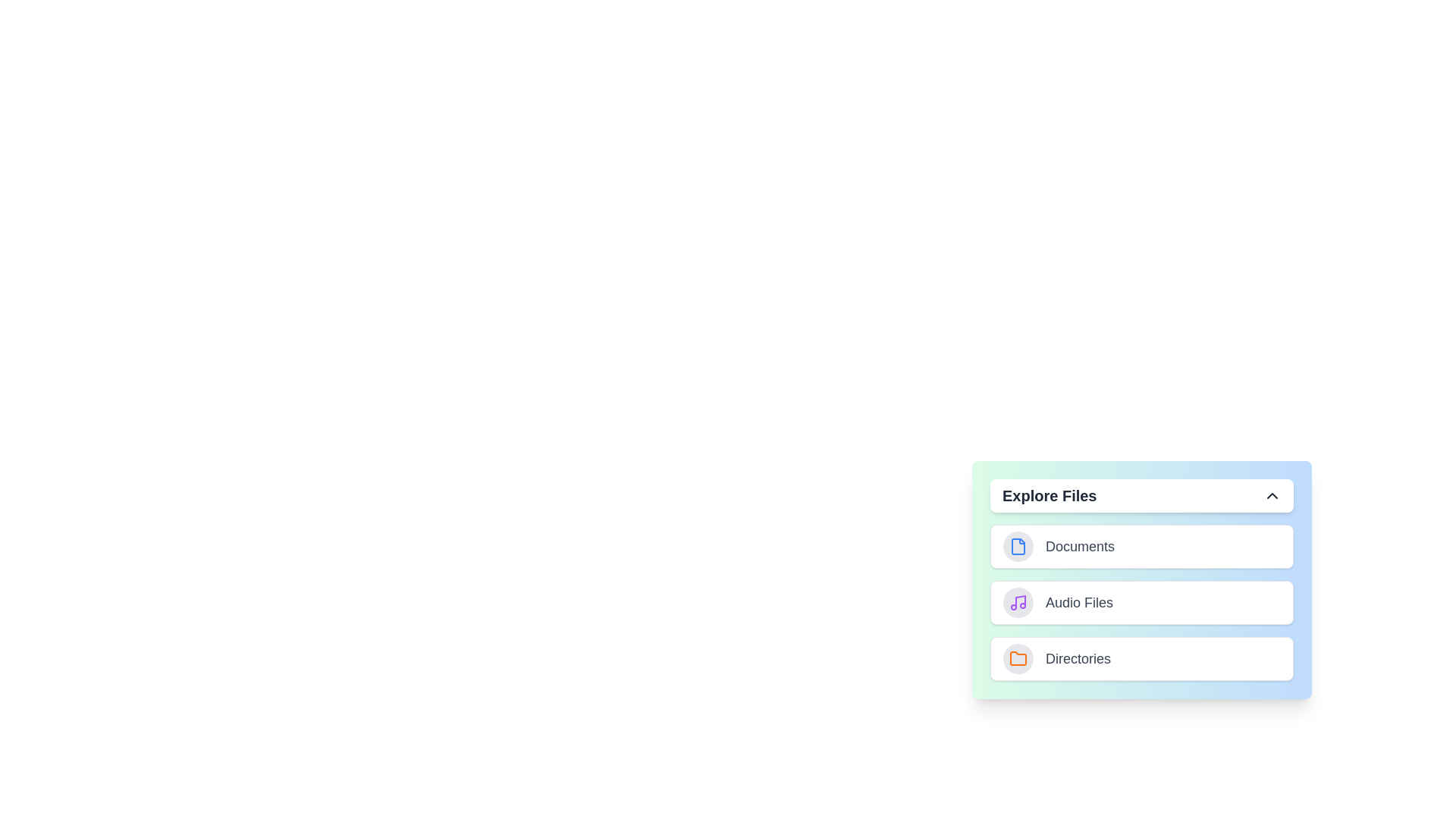 This screenshot has width=1456, height=819. Describe the element at coordinates (1142, 547) in the screenshot. I see `the 'Documents' category to select it` at that location.